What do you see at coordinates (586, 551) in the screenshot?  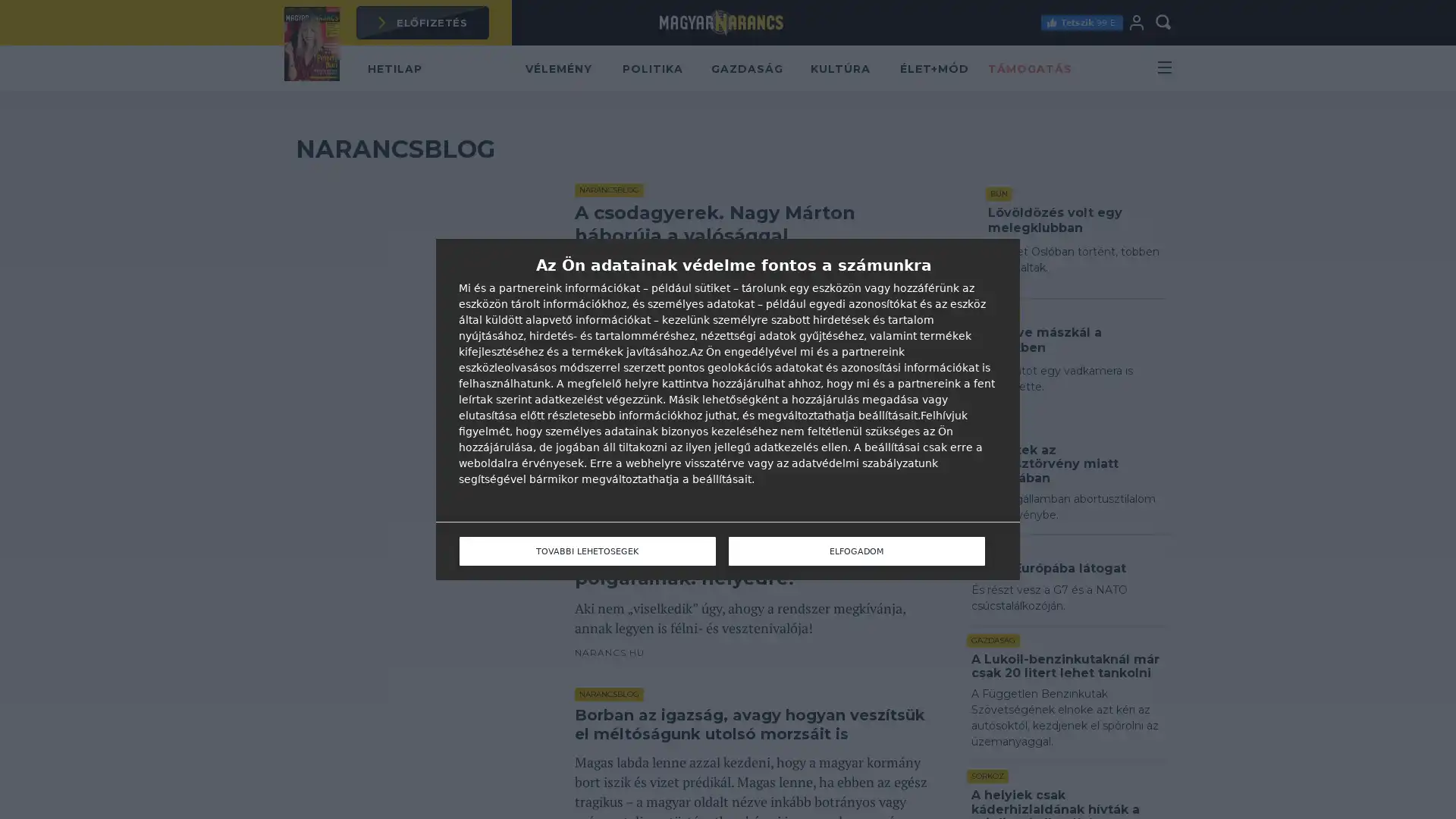 I see `TOVABBI LEHETOSEGEK` at bounding box center [586, 551].